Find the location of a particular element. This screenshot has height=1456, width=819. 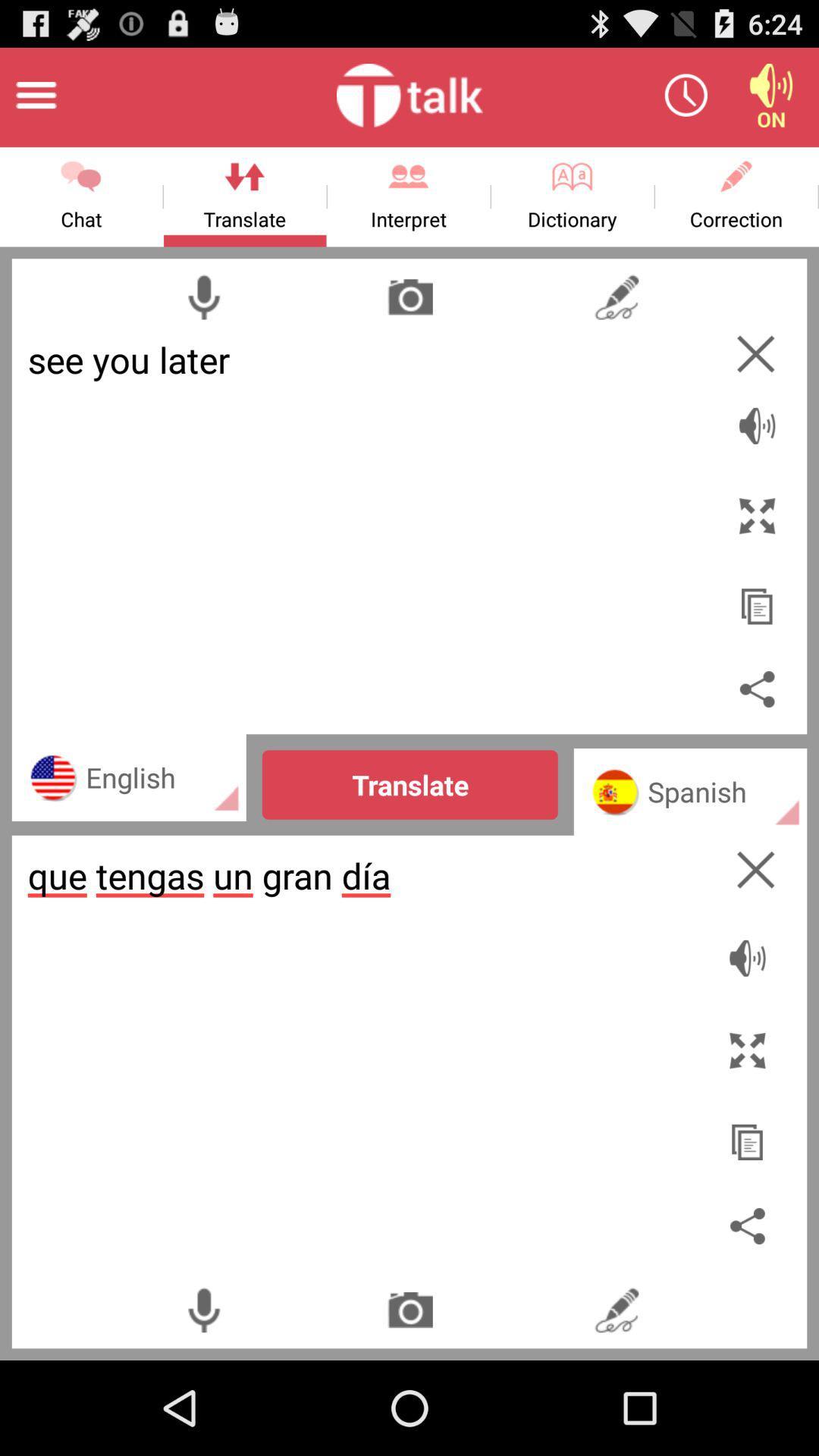

use your microphone to record is located at coordinates (202, 1309).